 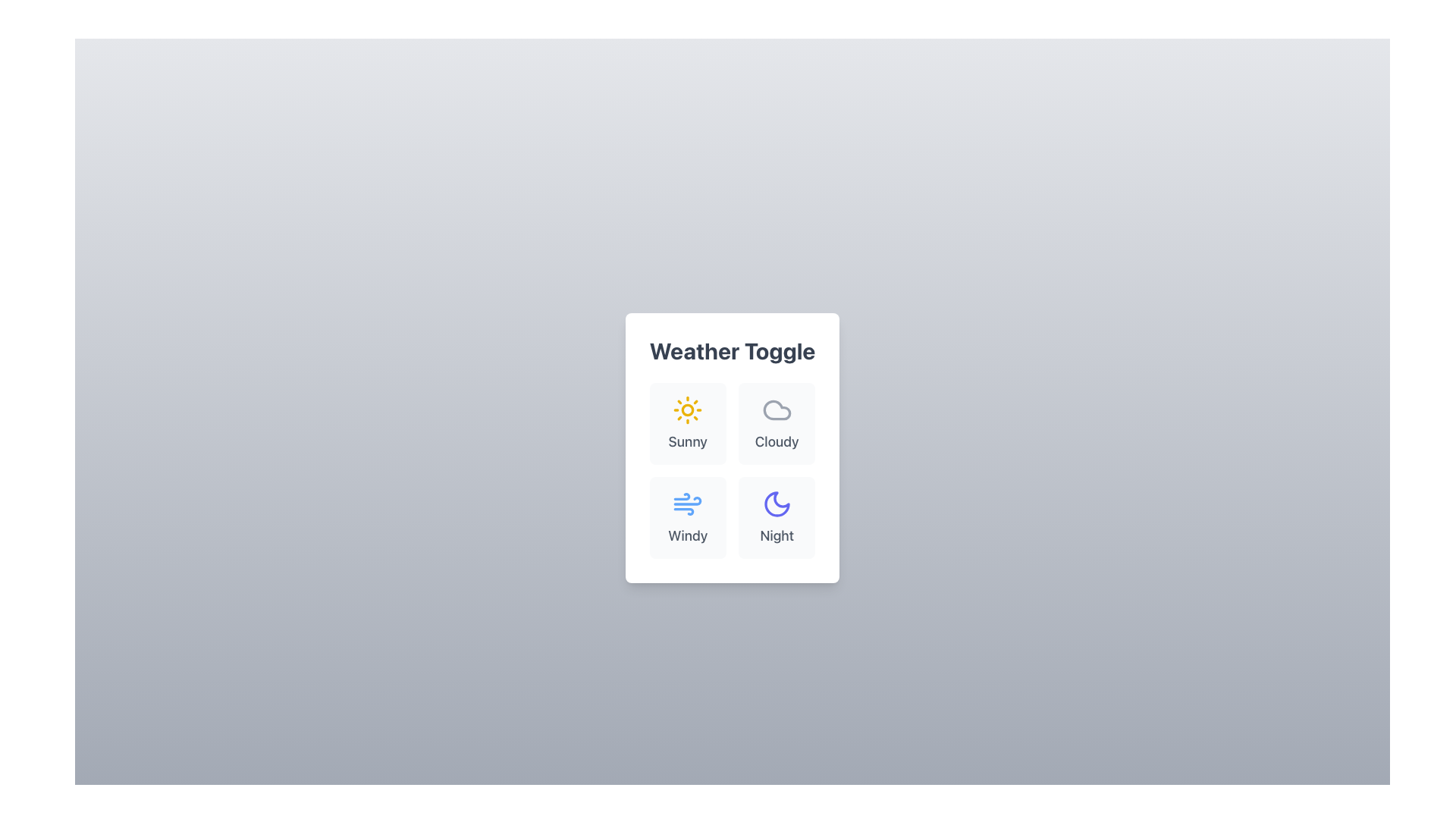 I want to click on the Text Label that describes the weather condition, located below the sun icon and to the left of the 'Cloudy' label in the top-left corner of the 2x2 grid layout, so click(x=687, y=441).